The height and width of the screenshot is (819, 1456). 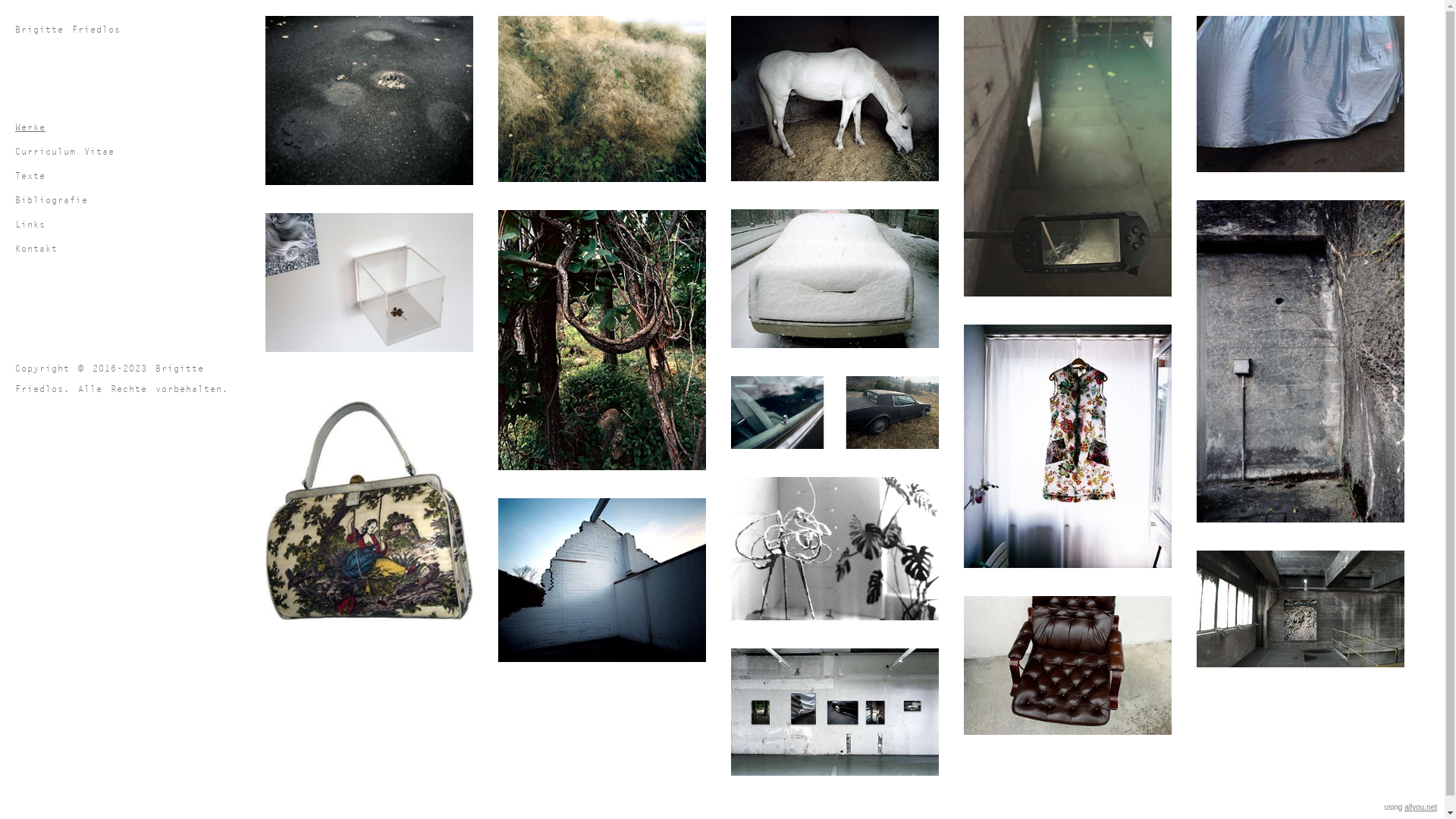 I want to click on 'Kontakt', so click(x=136, y=247).